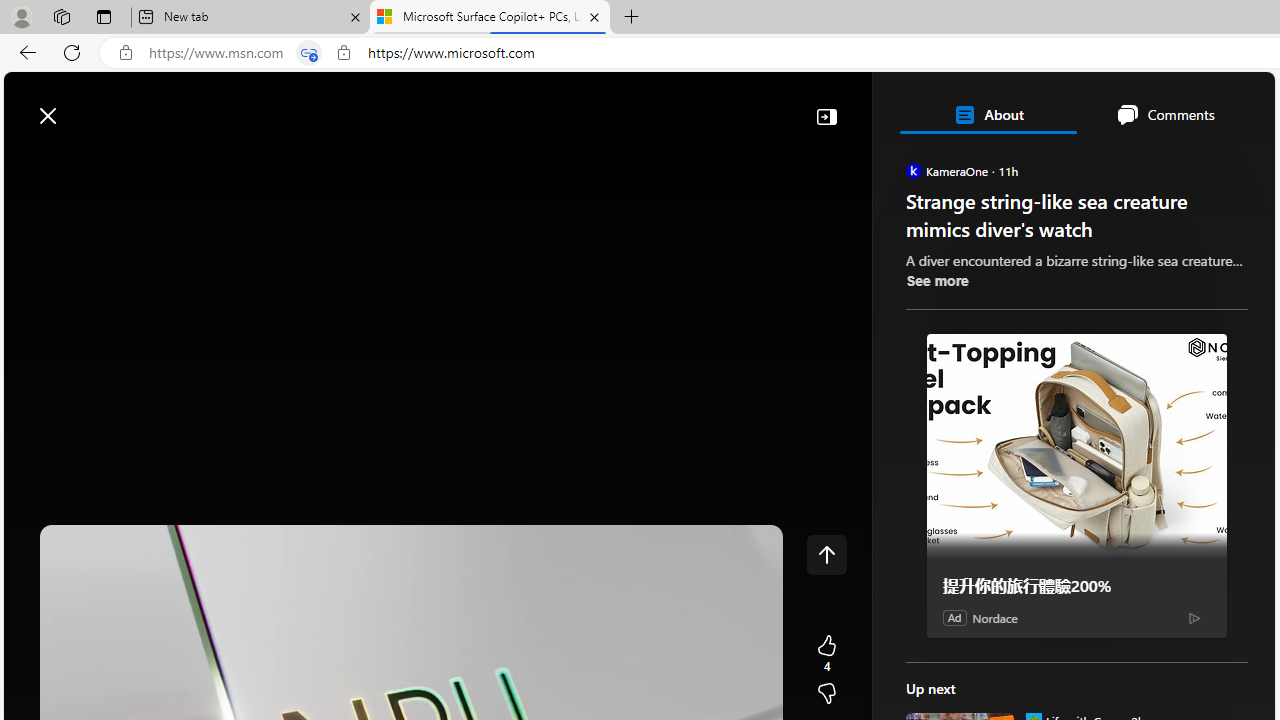  Describe the element at coordinates (826, 115) in the screenshot. I see `'Collapse'` at that location.